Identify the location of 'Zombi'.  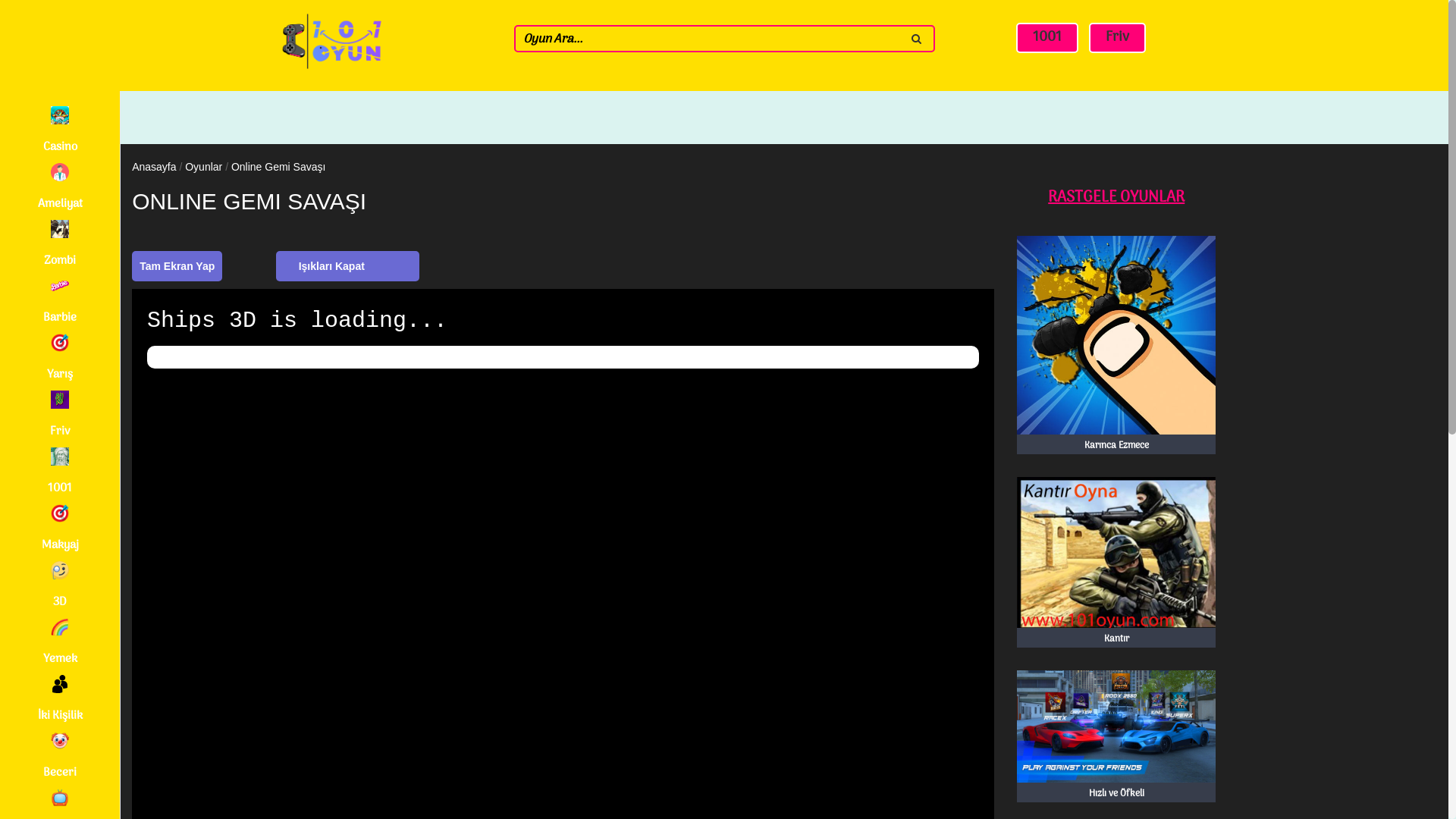
(0, 244).